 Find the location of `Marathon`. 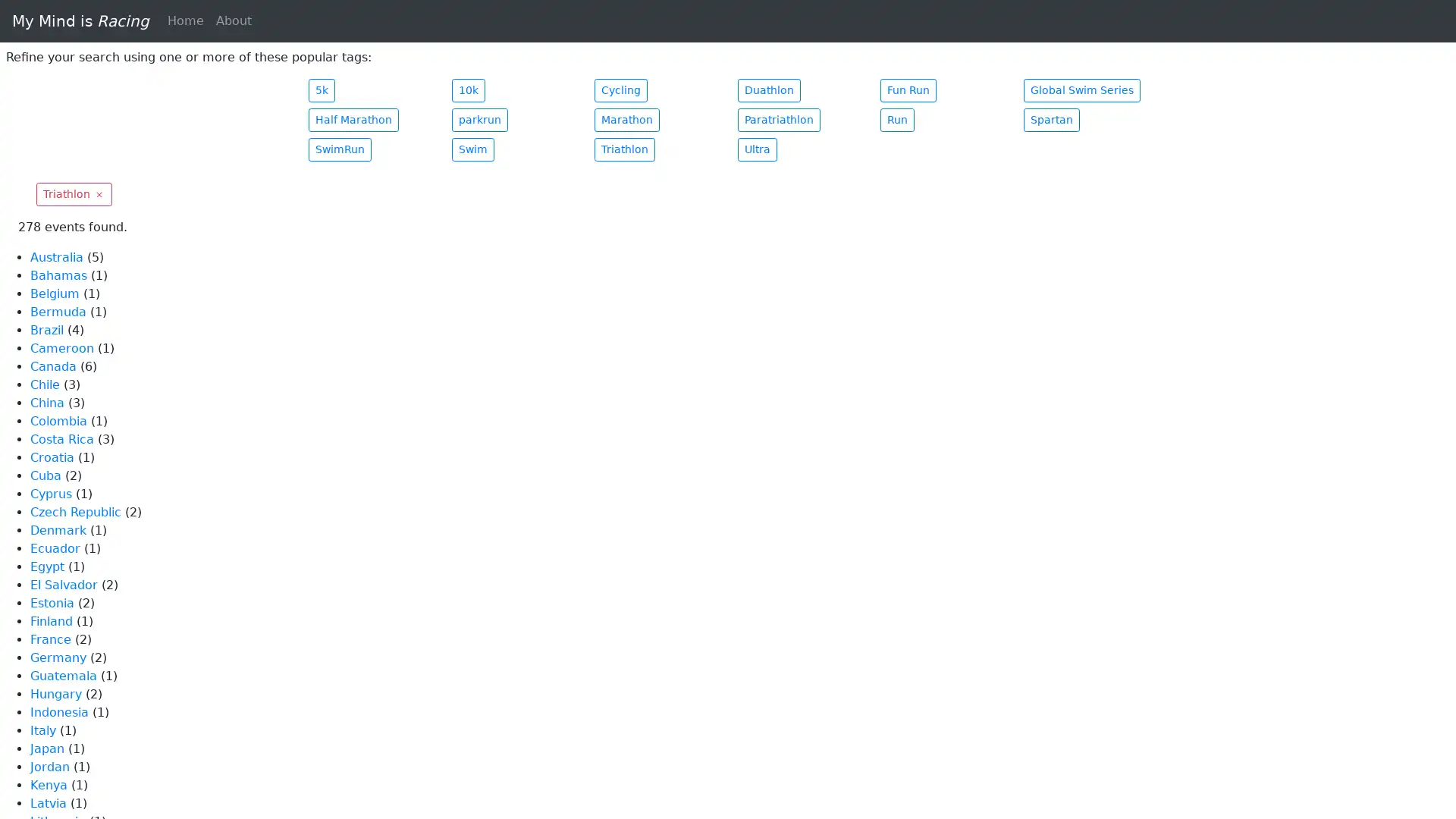

Marathon is located at coordinates (626, 119).